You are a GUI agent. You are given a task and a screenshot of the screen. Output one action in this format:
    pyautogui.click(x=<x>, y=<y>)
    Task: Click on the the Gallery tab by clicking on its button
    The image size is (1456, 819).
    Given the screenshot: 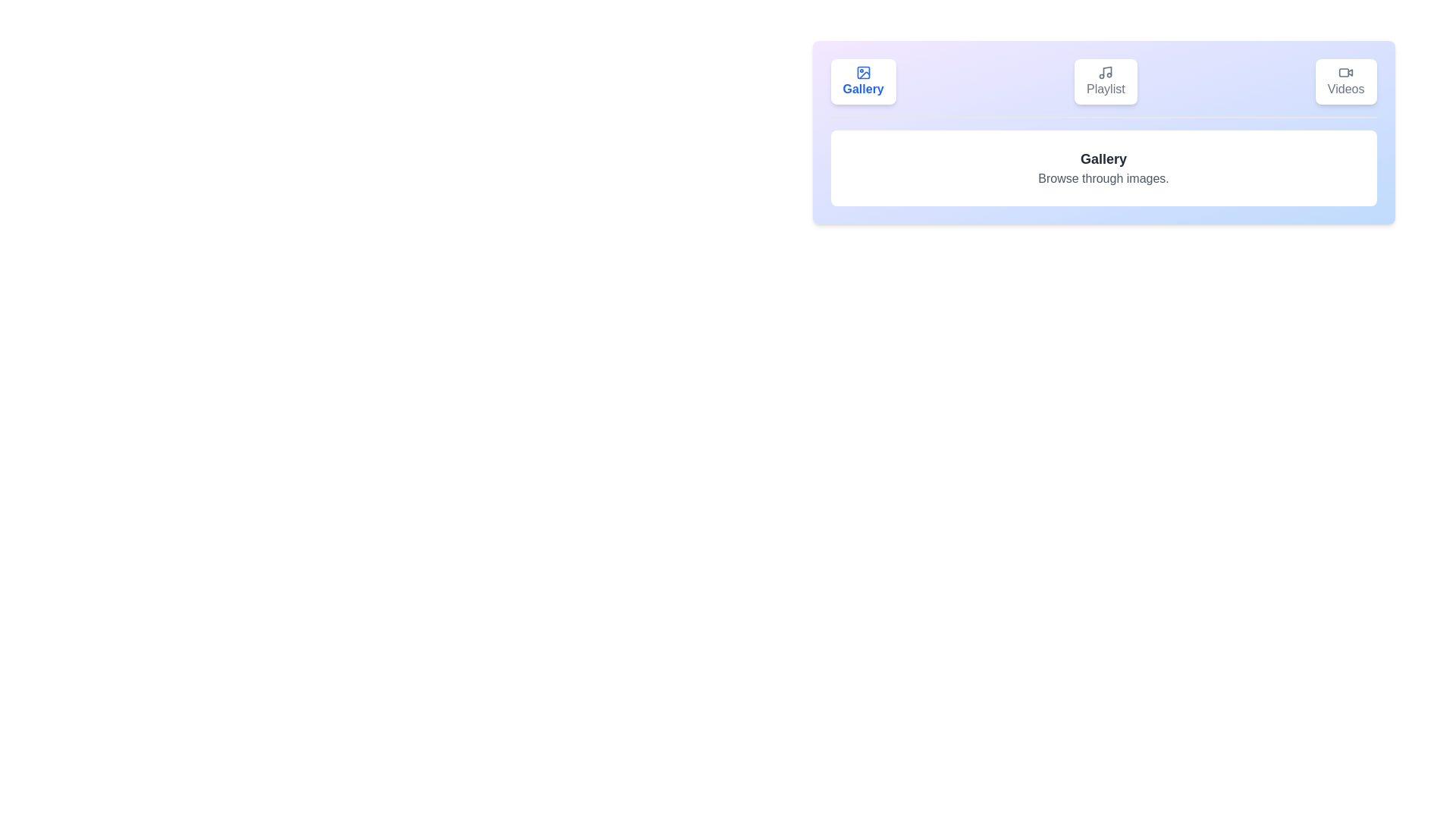 What is the action you would take?
    pyautogui.click(x=863, y=82)
    